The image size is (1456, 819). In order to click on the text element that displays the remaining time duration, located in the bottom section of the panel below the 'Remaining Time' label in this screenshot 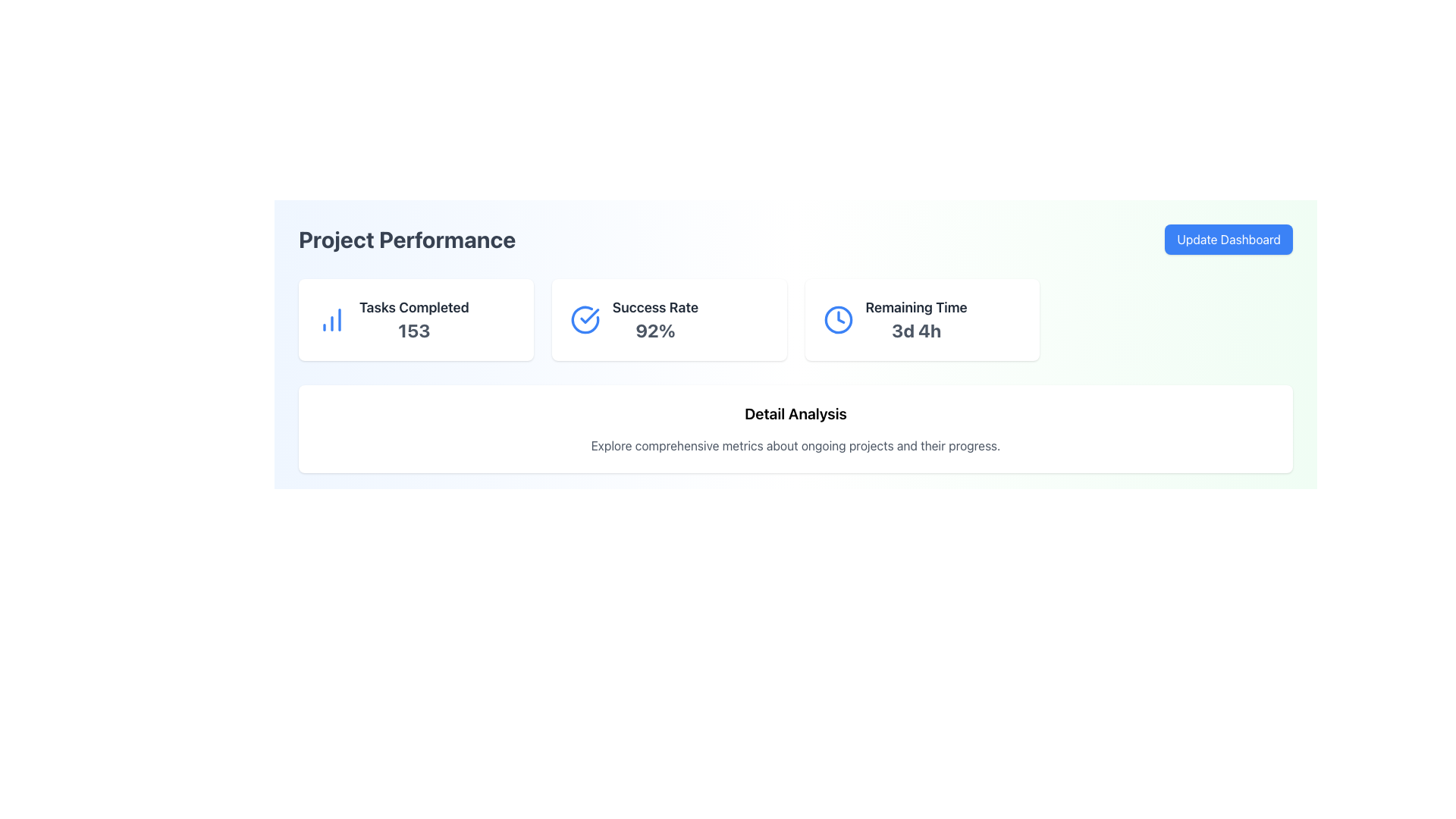, I will do `click(915, 329)`.